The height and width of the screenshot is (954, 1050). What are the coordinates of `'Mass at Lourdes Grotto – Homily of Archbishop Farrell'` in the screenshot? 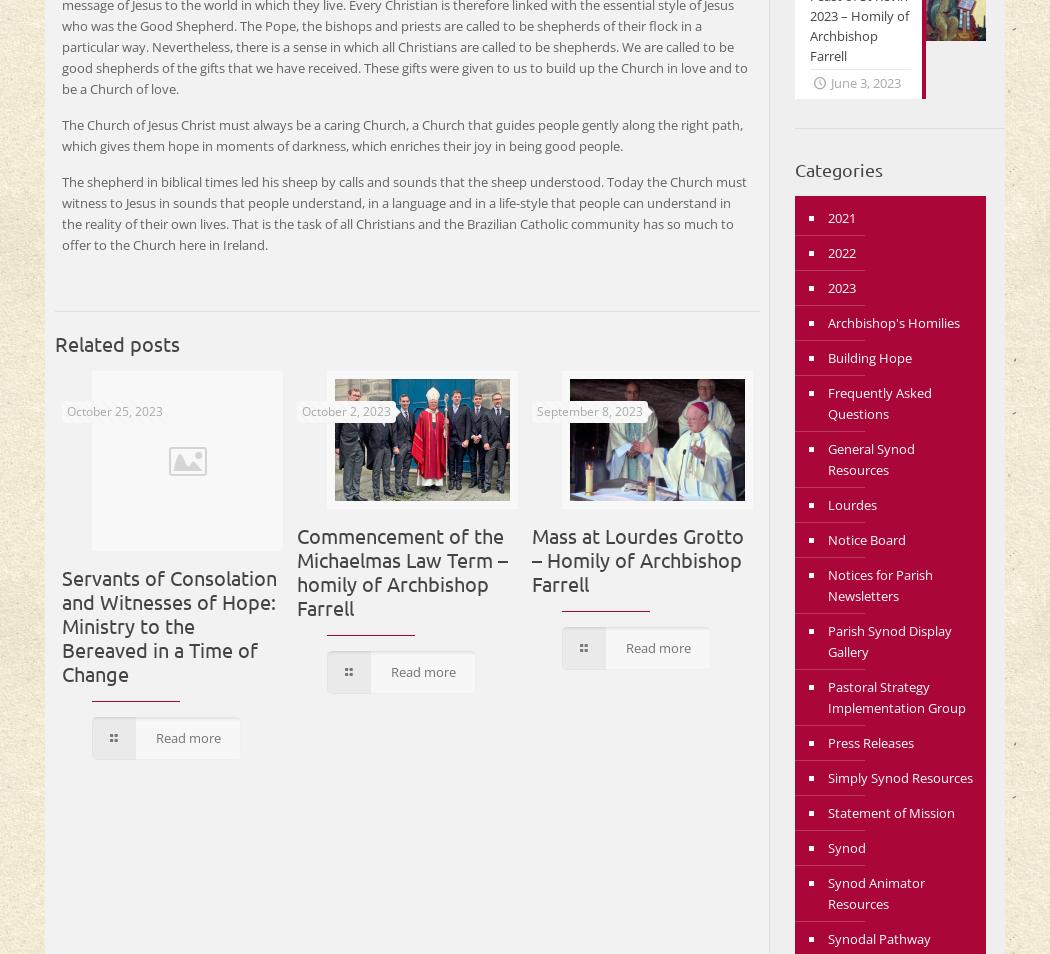 It's located at (637, 557).